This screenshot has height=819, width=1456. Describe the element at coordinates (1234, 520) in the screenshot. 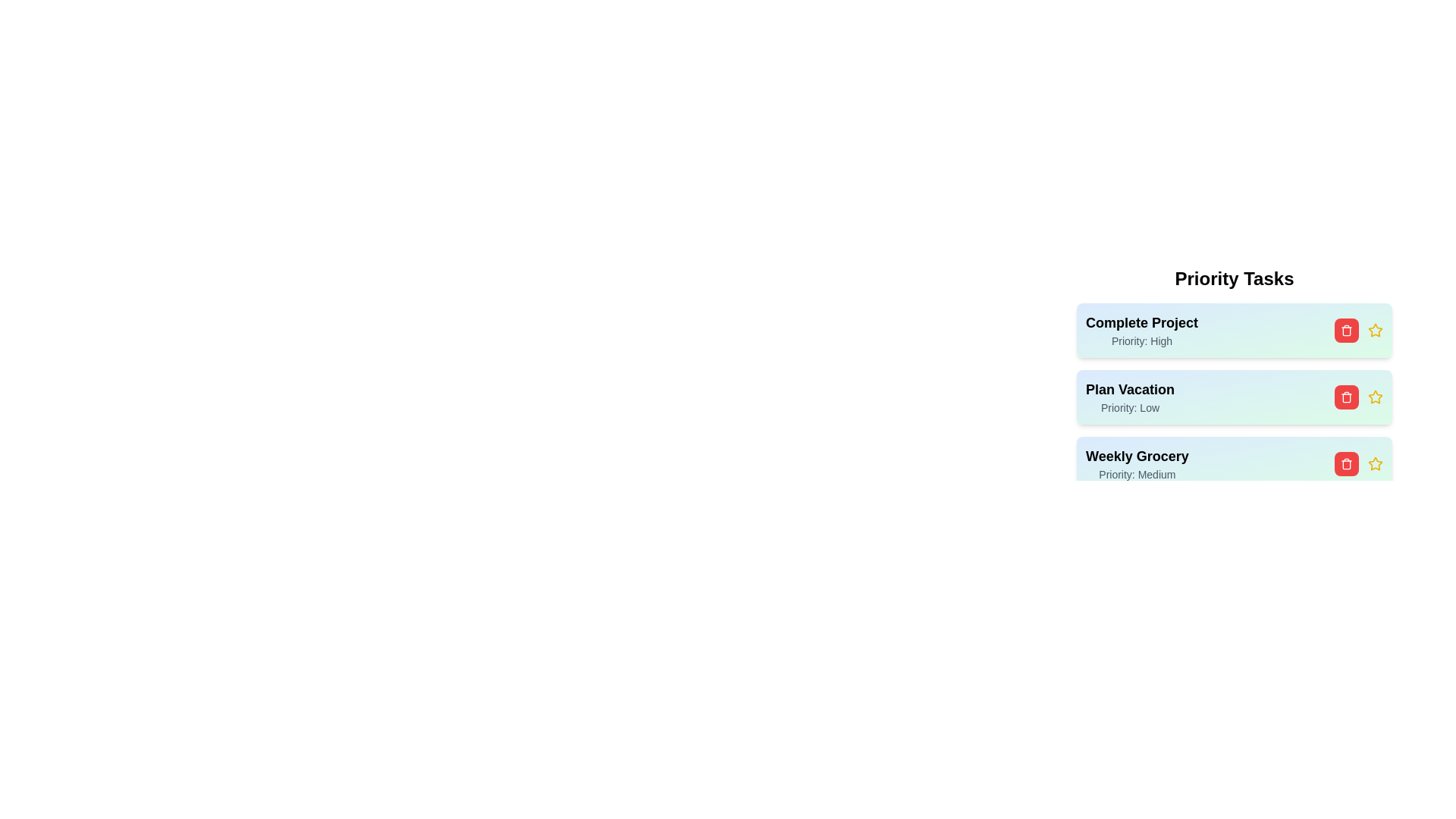

I see `the 'Add Task' button` at that location.